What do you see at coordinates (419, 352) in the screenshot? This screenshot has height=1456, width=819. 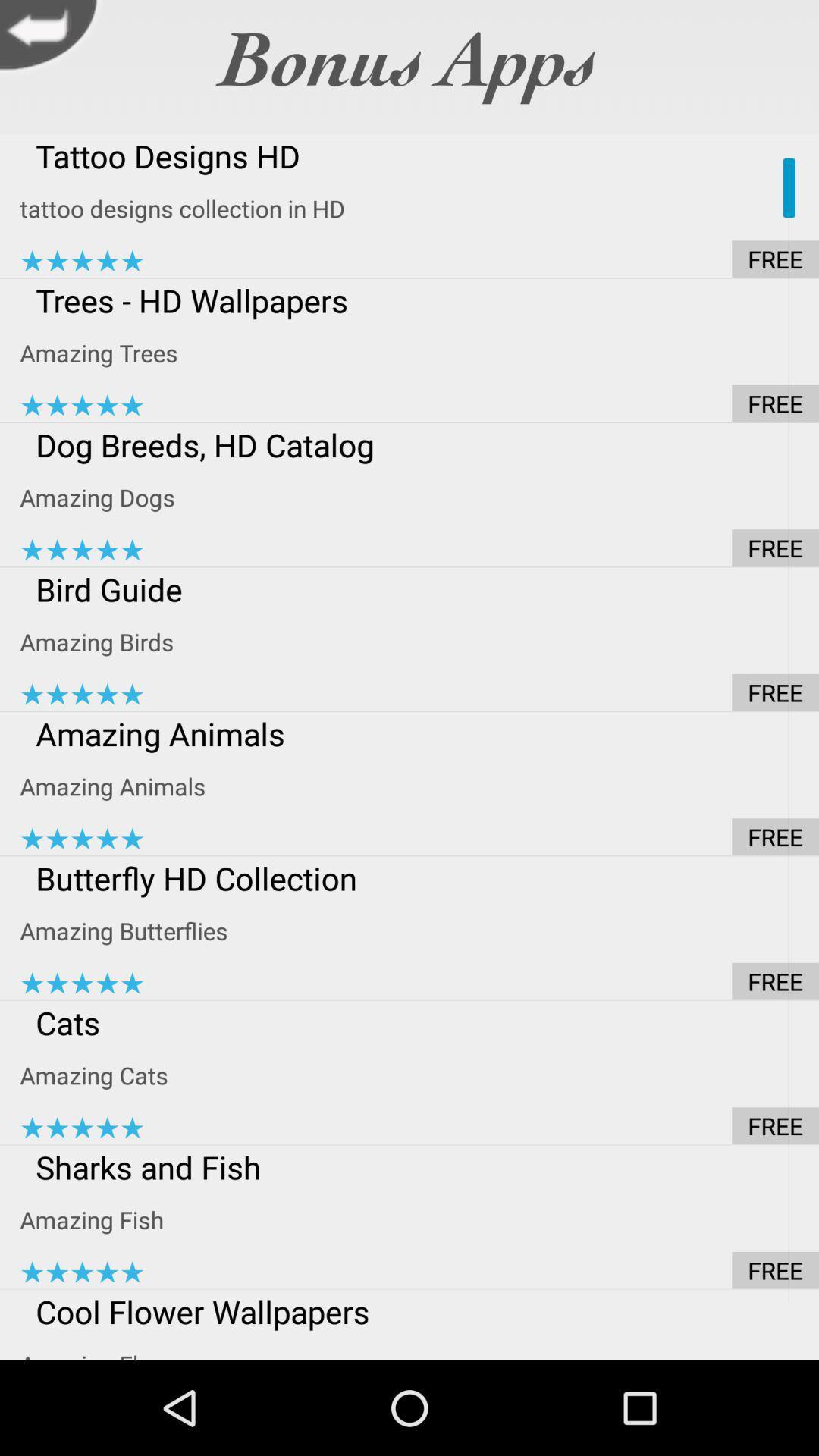 I see `the icon below   trees - hd wallpapers  icon` at bounding box center [419, 352].